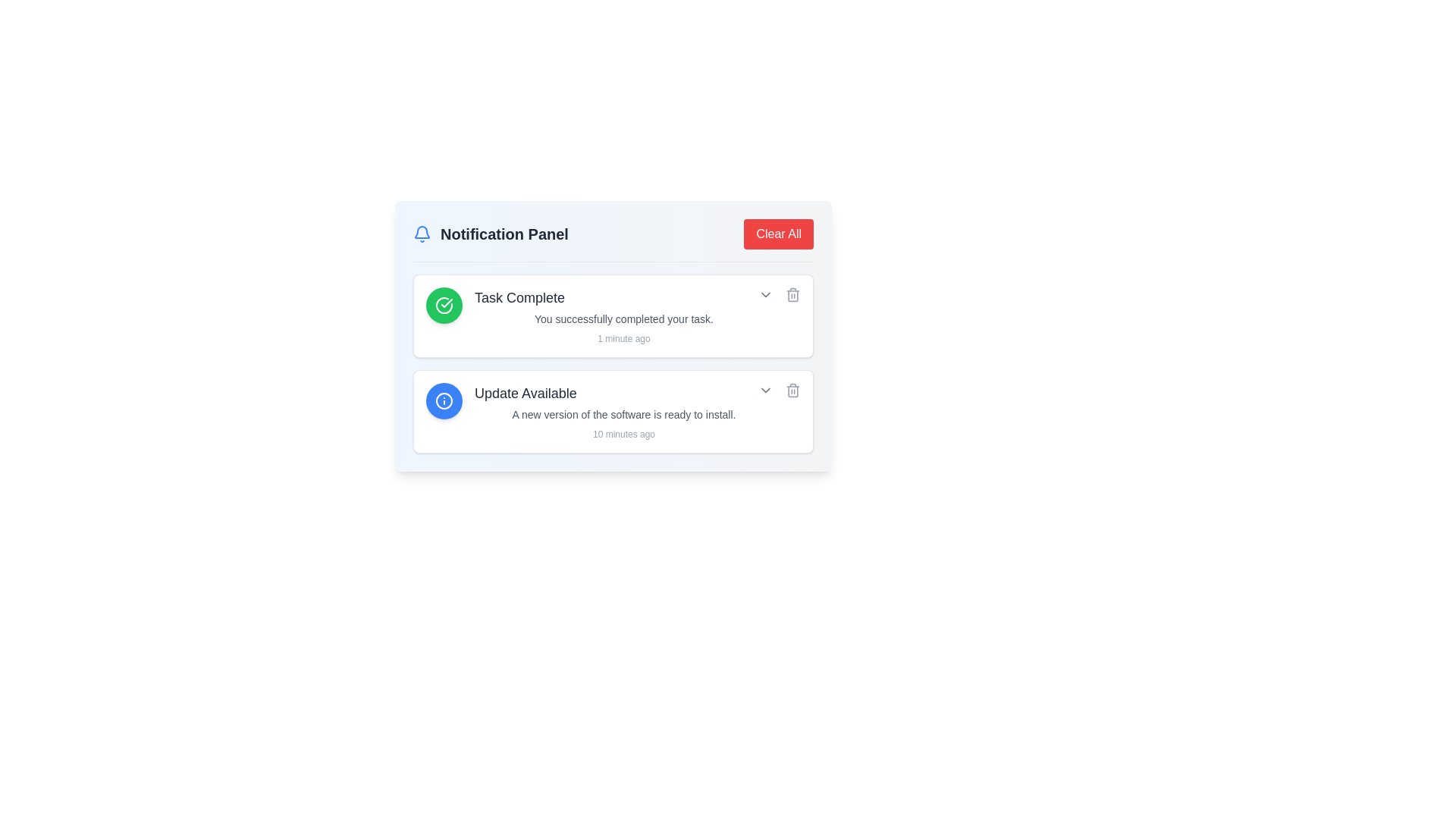 This screenshot has height=819, width=1456. I want to click on the first notification block which contains the title 'Task Complete', the description 'You successfully completed your task.', and the timestamp '1 minute ago', so click(623, 315).